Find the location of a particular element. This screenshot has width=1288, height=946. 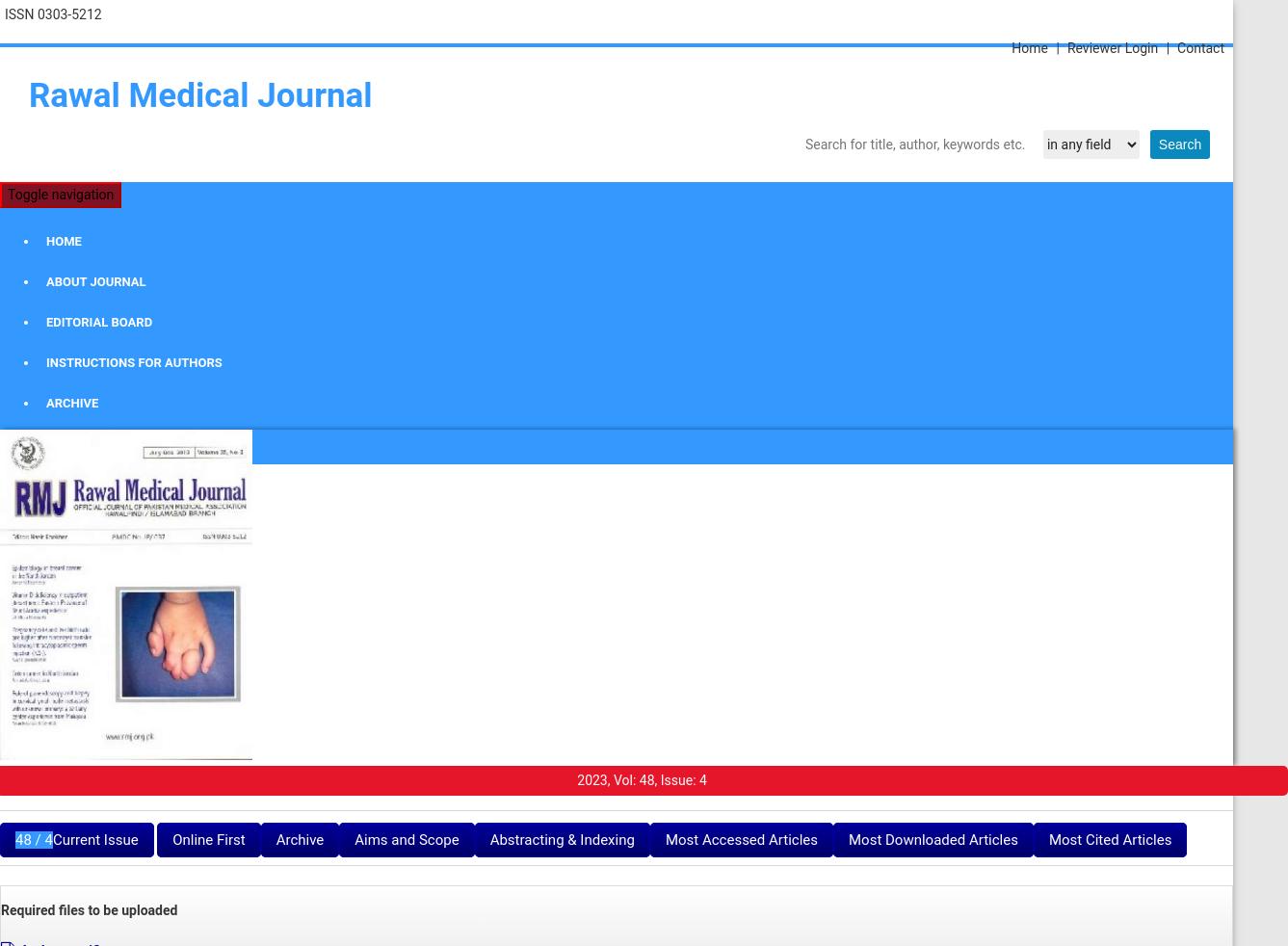

'Archive' is located at coordinates (298, 839).